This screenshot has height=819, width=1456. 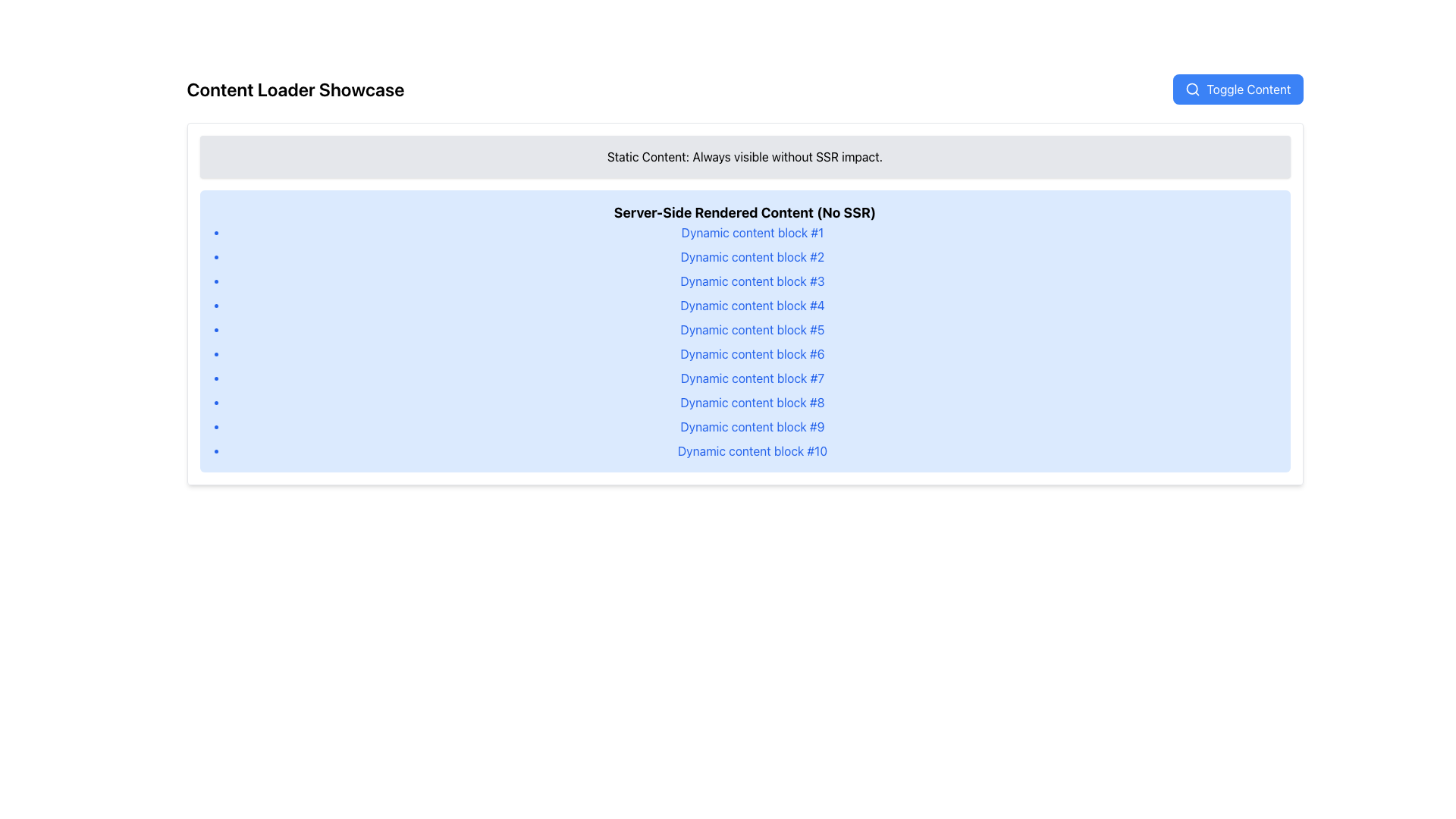 What do you see at coordinates (1191, 89) in the screenshot?
I see `the circular decorative graphic component representing the magnifying glass in the top-right corner of the interface` at bounding box center [1191, 89].